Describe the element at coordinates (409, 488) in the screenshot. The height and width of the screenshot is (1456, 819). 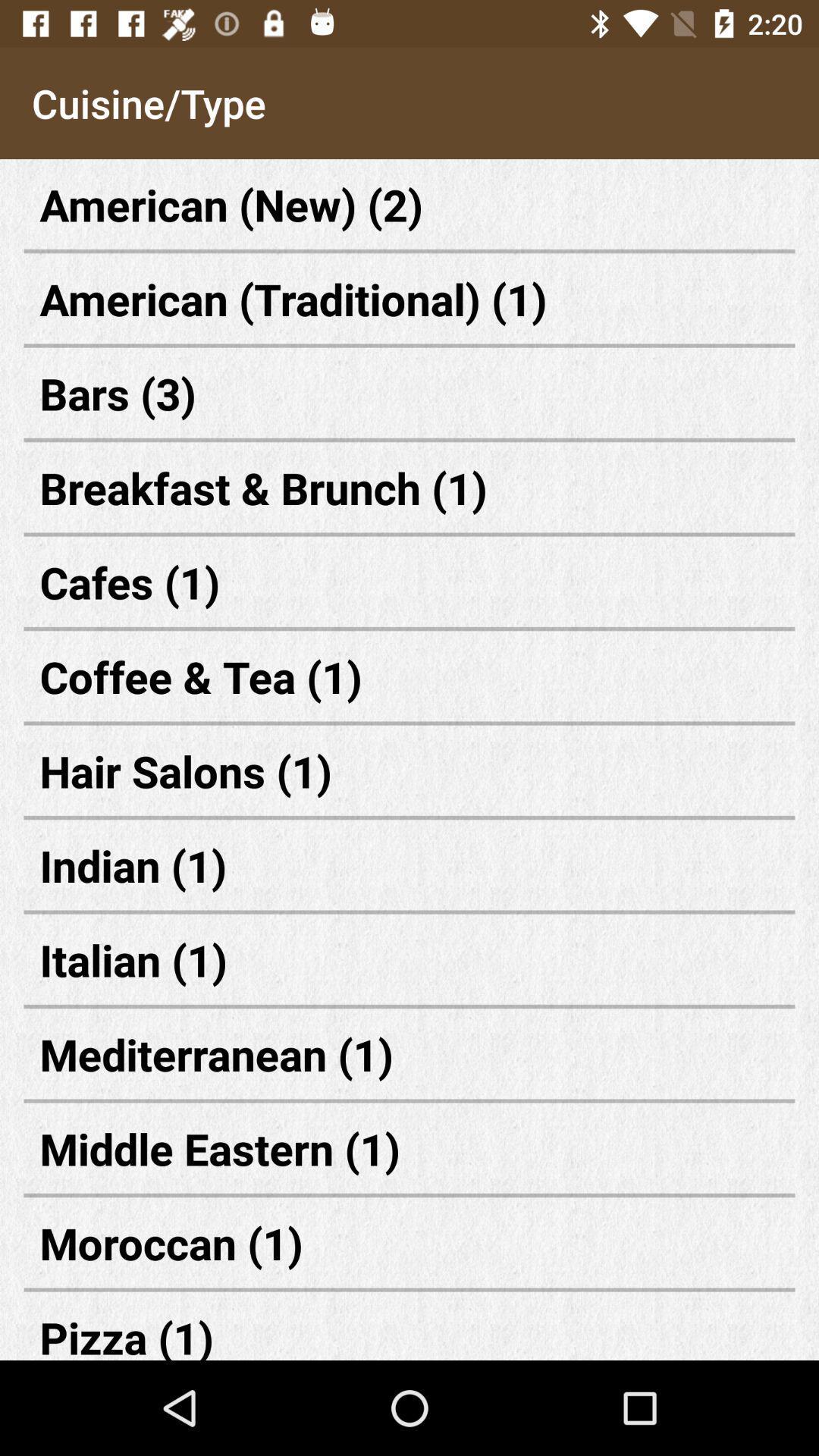
I see `icon above the cafes (1) item` at that location.